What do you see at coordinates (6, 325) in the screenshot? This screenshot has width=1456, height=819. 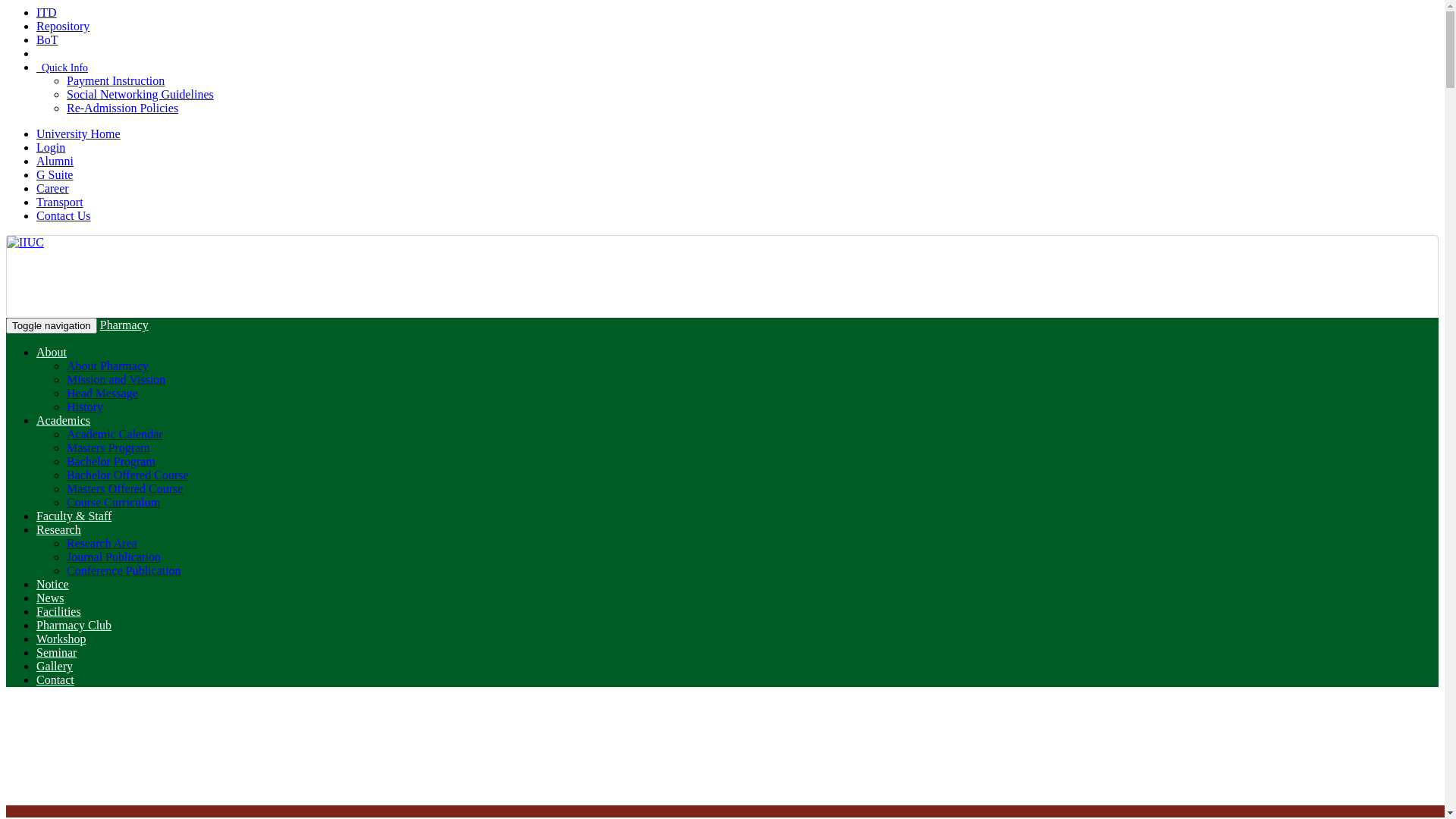 I see `'Toggle navigation'` at bounding box center [6, 325].